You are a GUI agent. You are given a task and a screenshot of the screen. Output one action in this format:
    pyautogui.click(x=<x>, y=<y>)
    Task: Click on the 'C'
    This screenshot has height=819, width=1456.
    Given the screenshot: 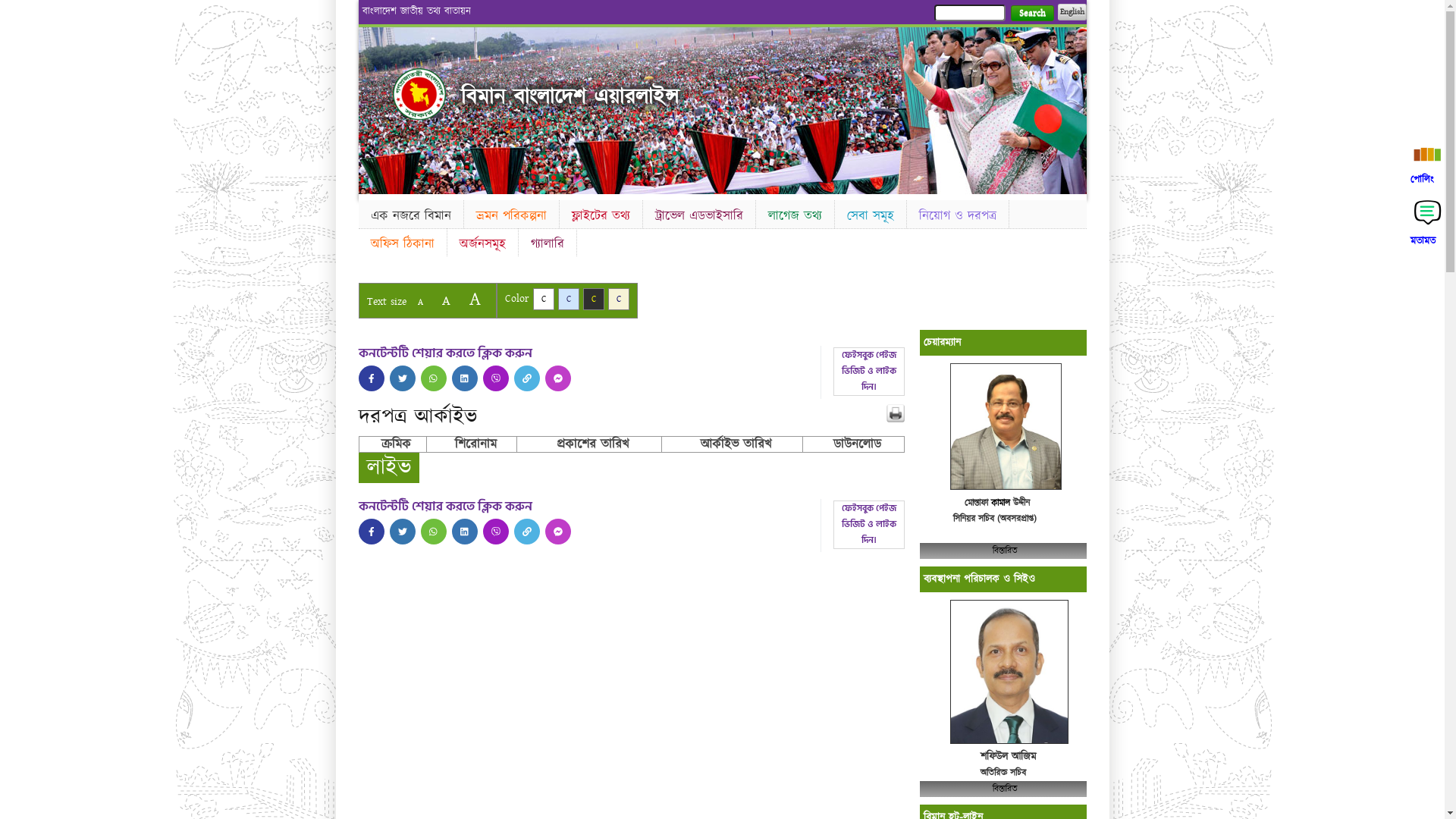 What is the action you would take?
    pyautogui.click(x=619, y=299)
    